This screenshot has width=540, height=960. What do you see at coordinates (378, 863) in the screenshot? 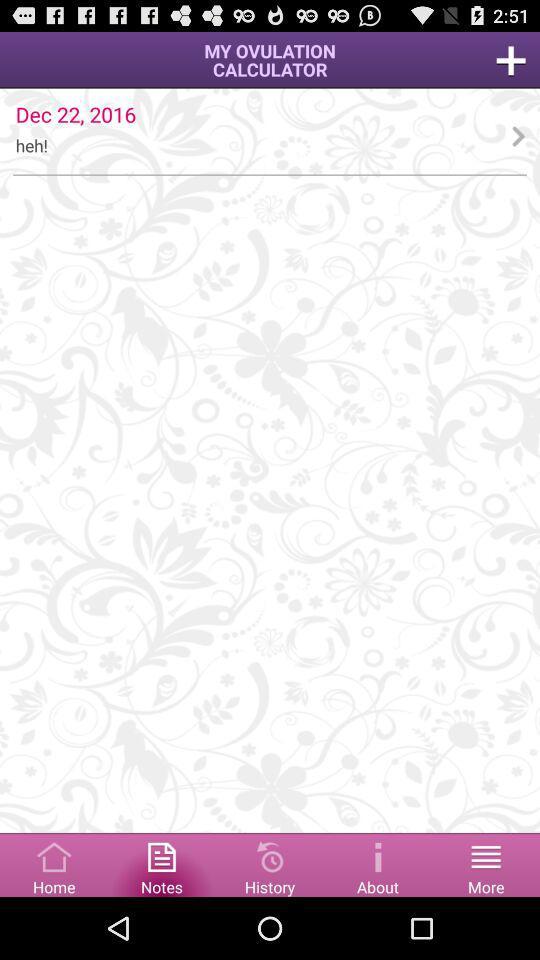
I see `about` at bounding box center [378, 863].